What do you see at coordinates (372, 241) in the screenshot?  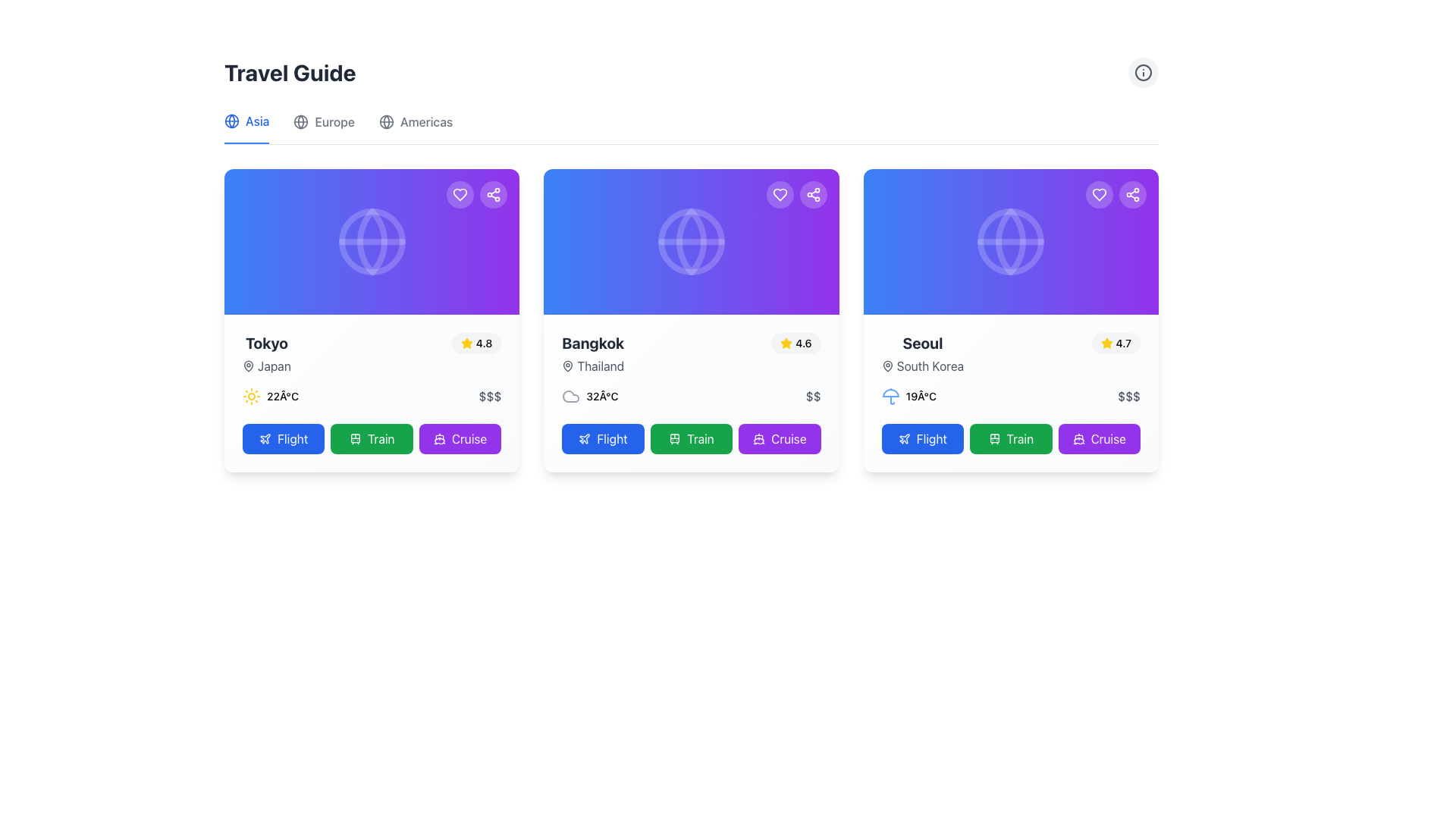 I see `the globe icon located at the center-top of the 'Tokyo' card, which features circular geometric lines against a gradient purple background` at bounding box center [372, 241].